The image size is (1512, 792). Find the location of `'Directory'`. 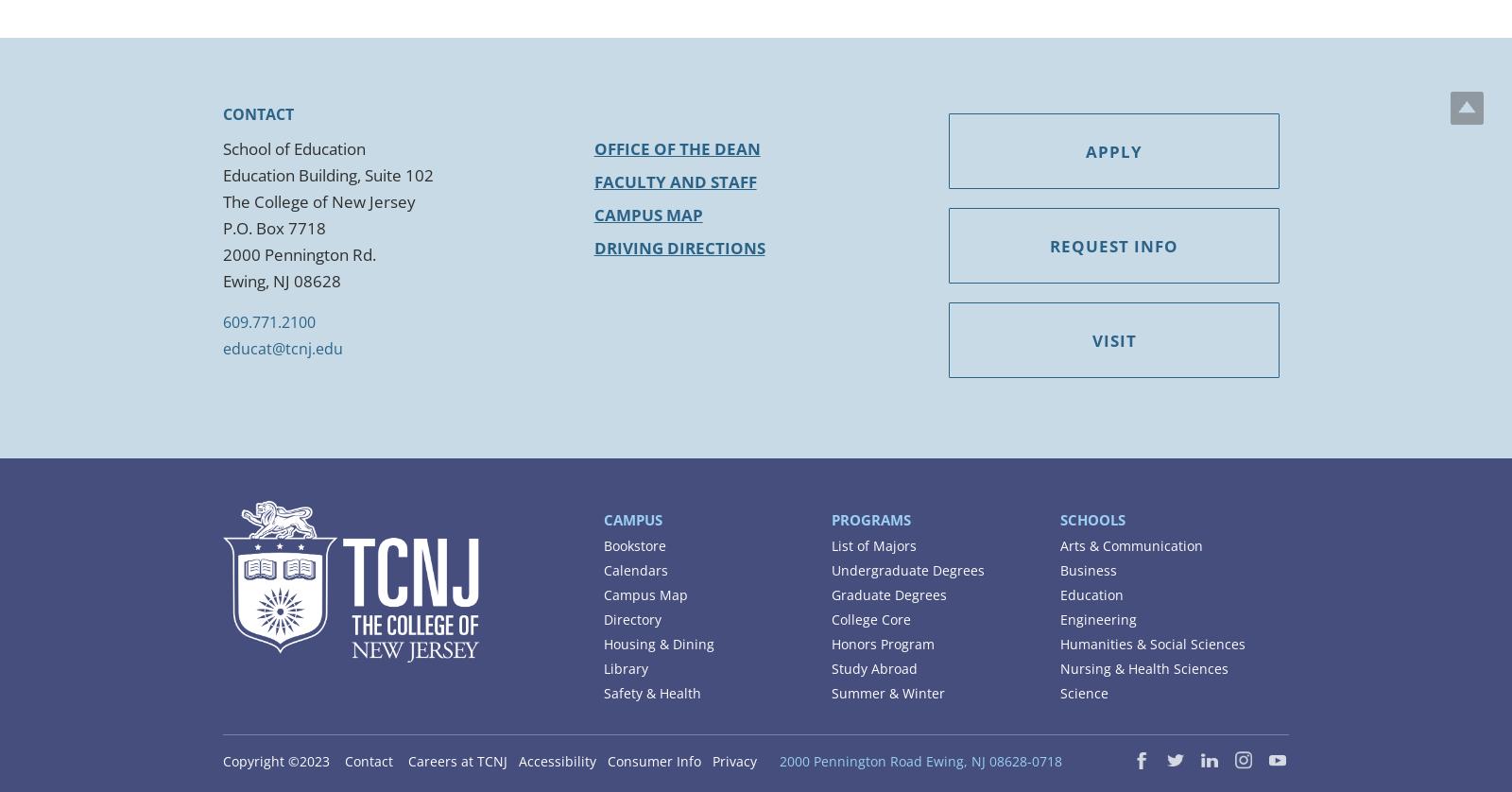

'Directory' is located at coordinates (604, 618).